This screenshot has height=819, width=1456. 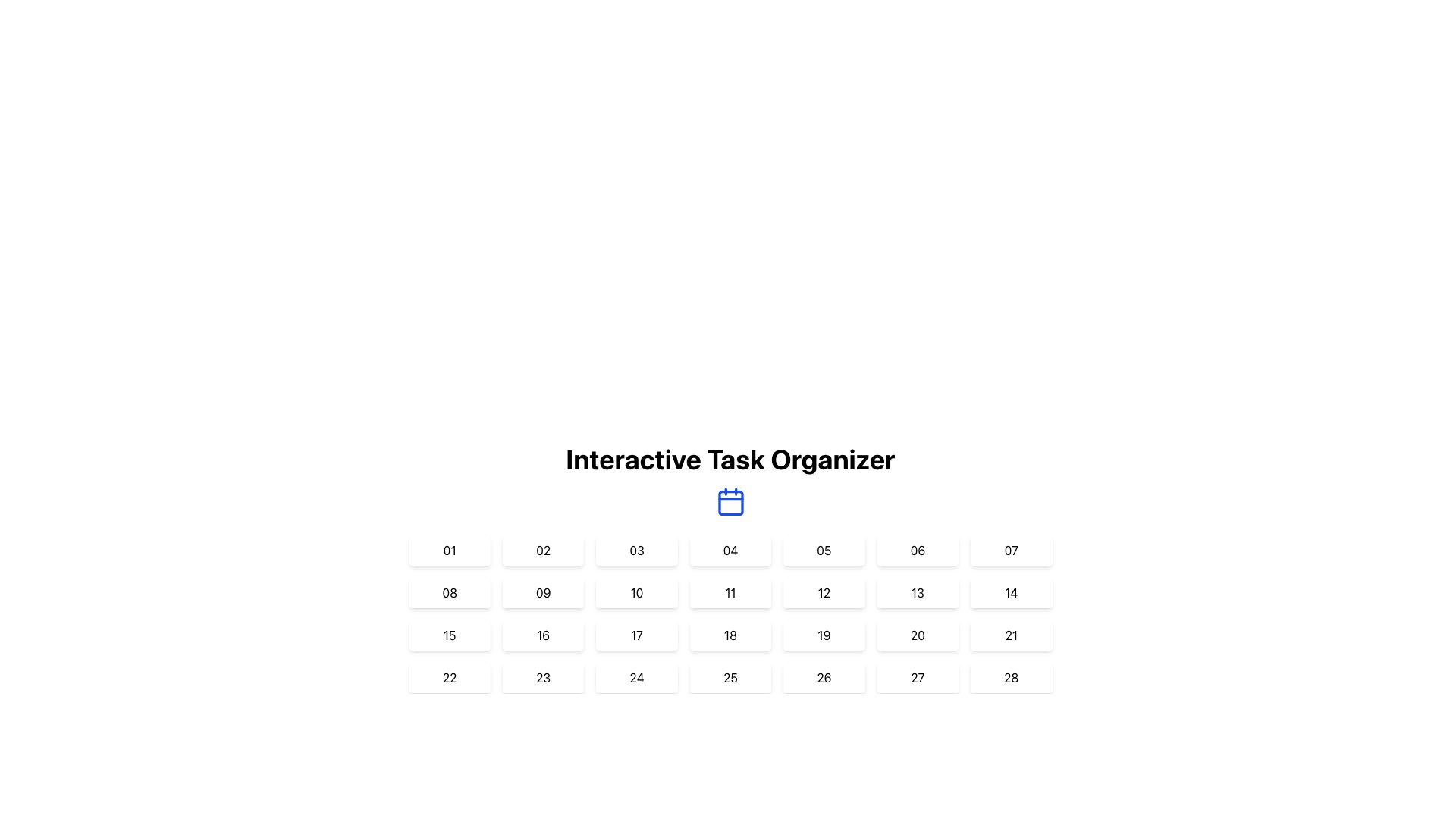 What do you see at coordinates (637, 677) in the screenshot?
I see `the button that displays the number '24' in bold text, located in the fourth row and third column of the grid layout` at bounding box center [637, 677].